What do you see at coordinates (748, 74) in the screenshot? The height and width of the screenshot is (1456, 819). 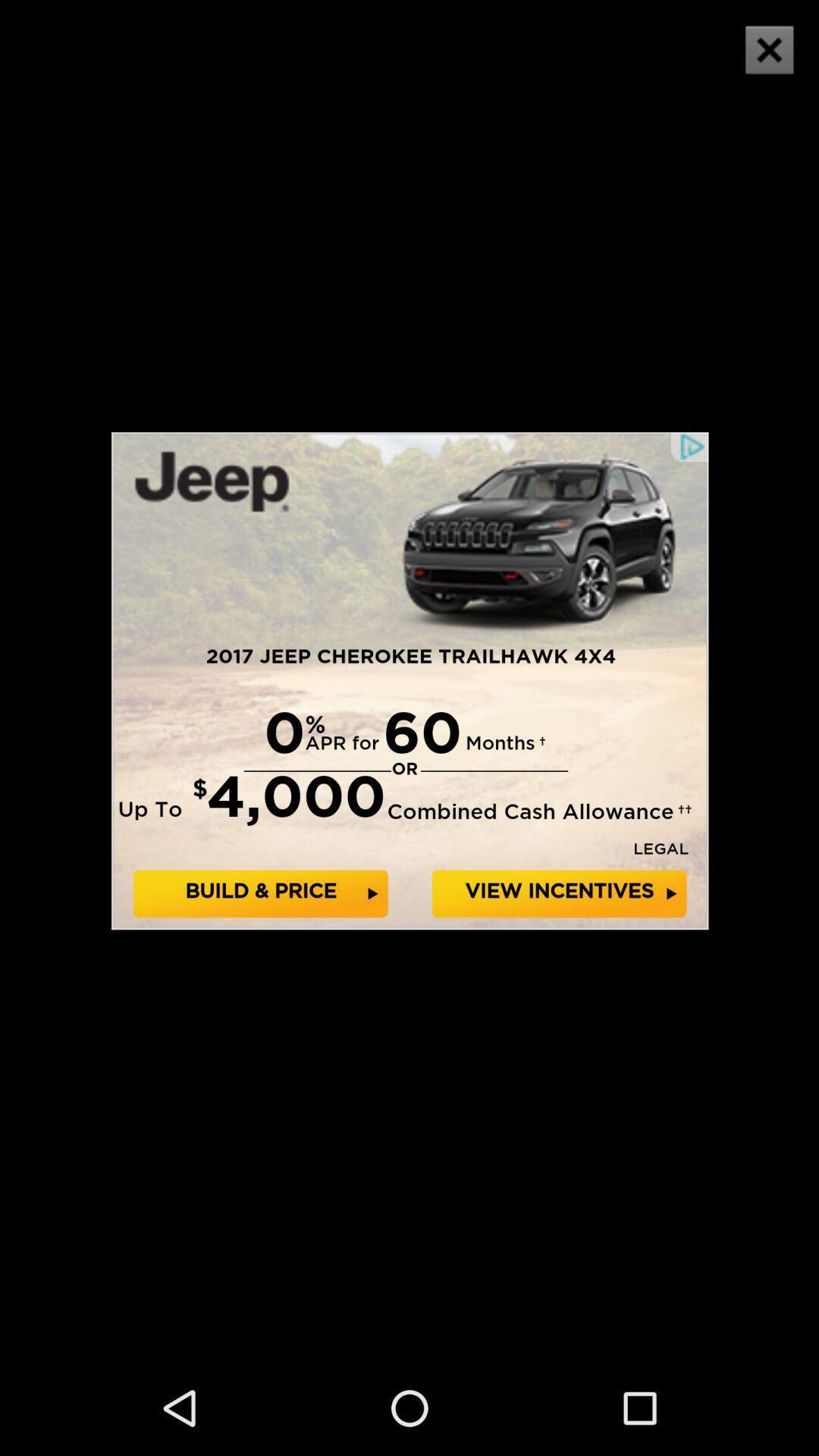 I see `the close icon` at bounding box center [748, 74].